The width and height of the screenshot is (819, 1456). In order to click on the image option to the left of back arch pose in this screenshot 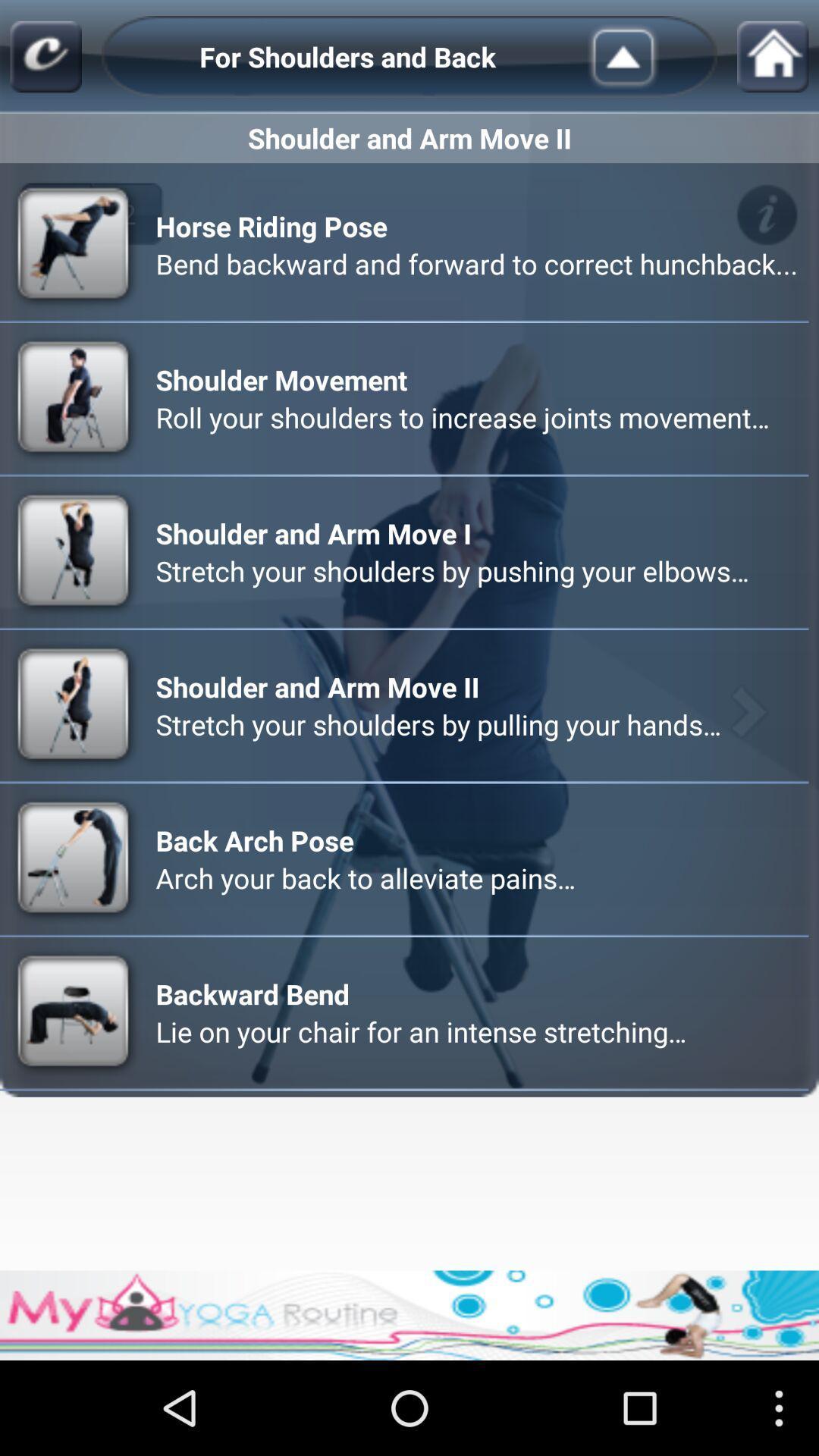, I will do `click(75, 859)`.